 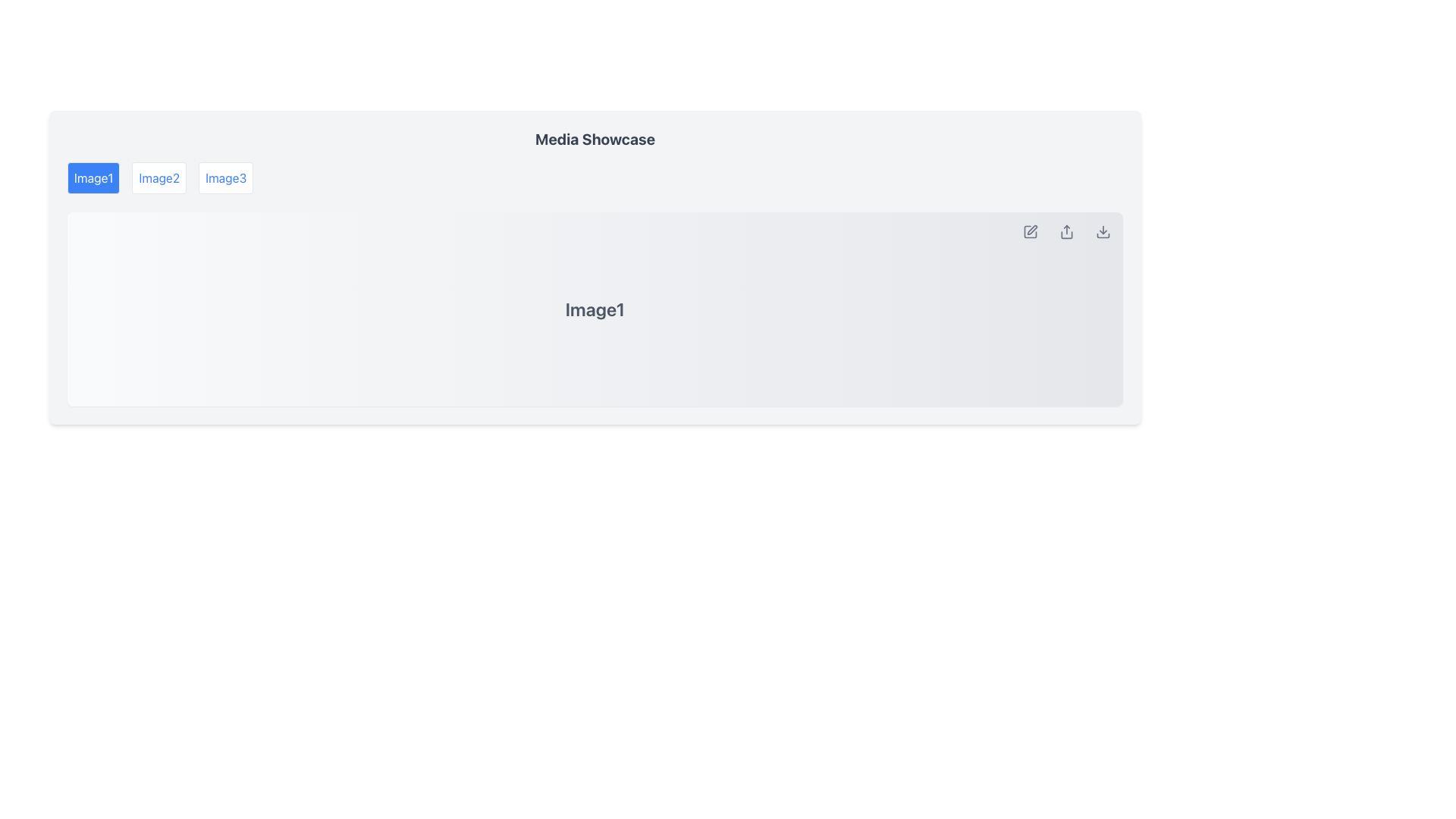 What do you see at coordinates (1031, 230) in the screenshot?
I see `the edit icon located in the top-right corner of the image display panel` at bounding box center [1031, 230].